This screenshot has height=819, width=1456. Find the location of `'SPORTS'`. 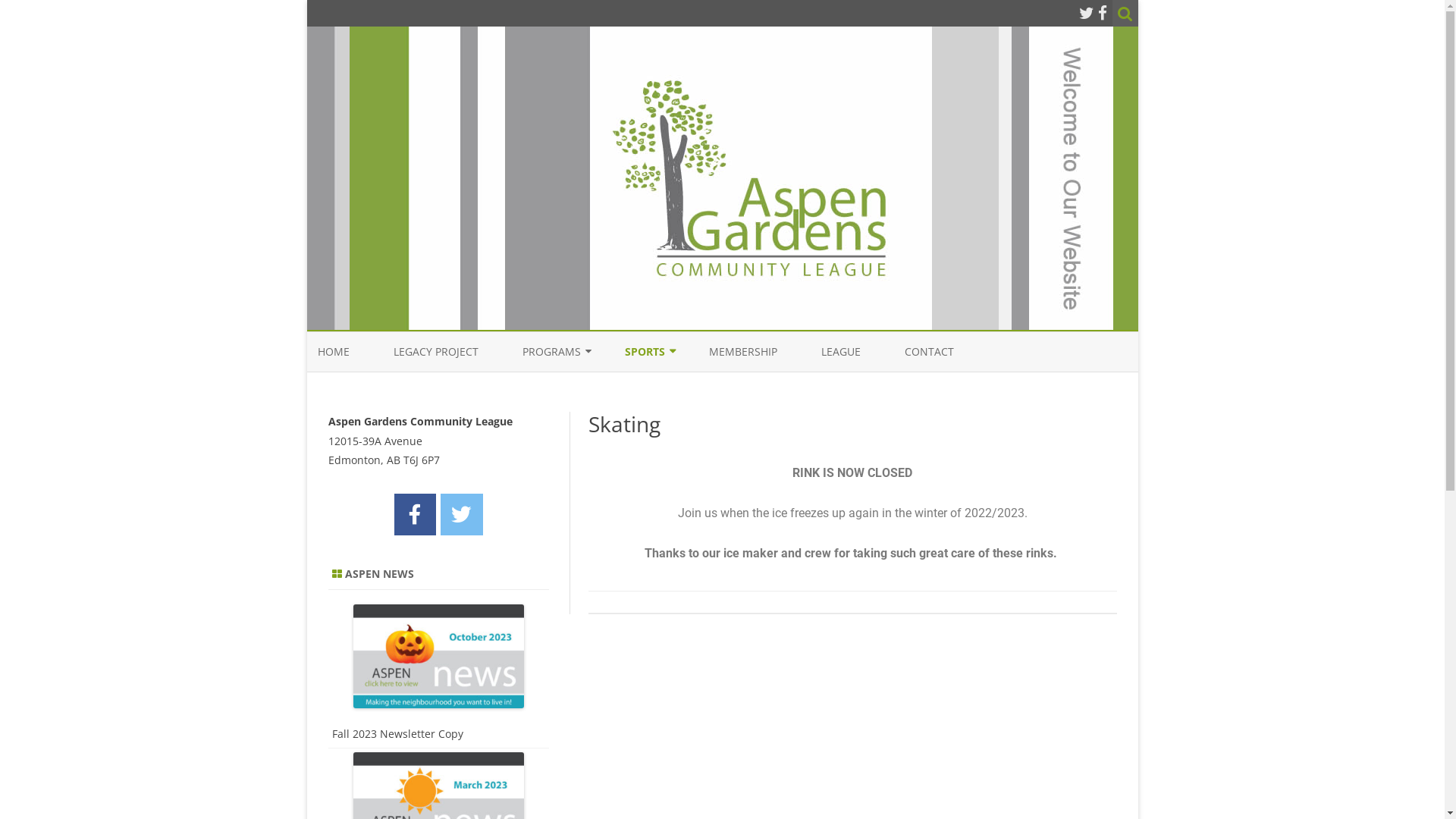

'SPORTS' is located at coordinates (645, 351).